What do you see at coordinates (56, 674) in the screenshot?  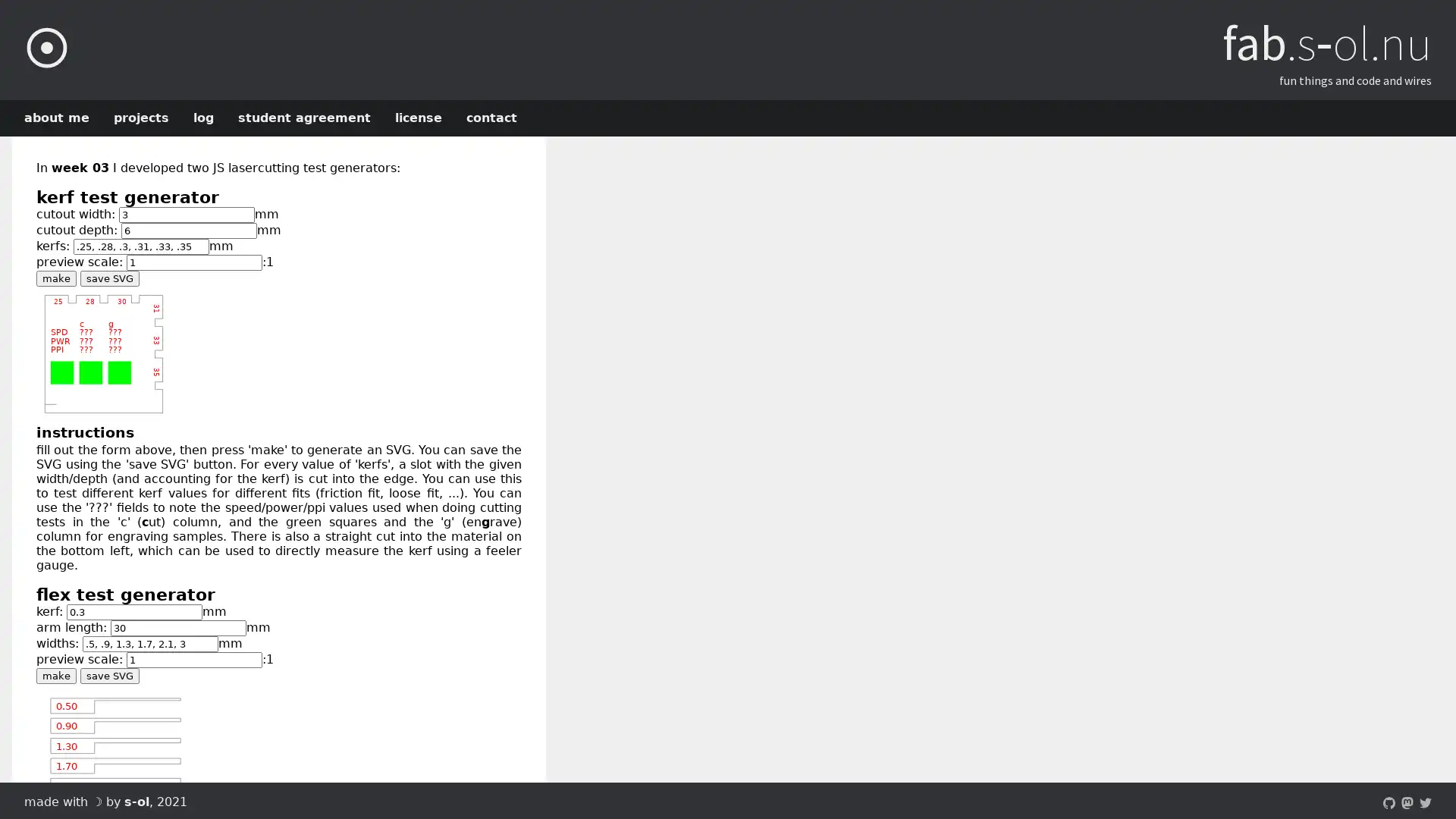 I see `make` at bounding box center [56, 674].